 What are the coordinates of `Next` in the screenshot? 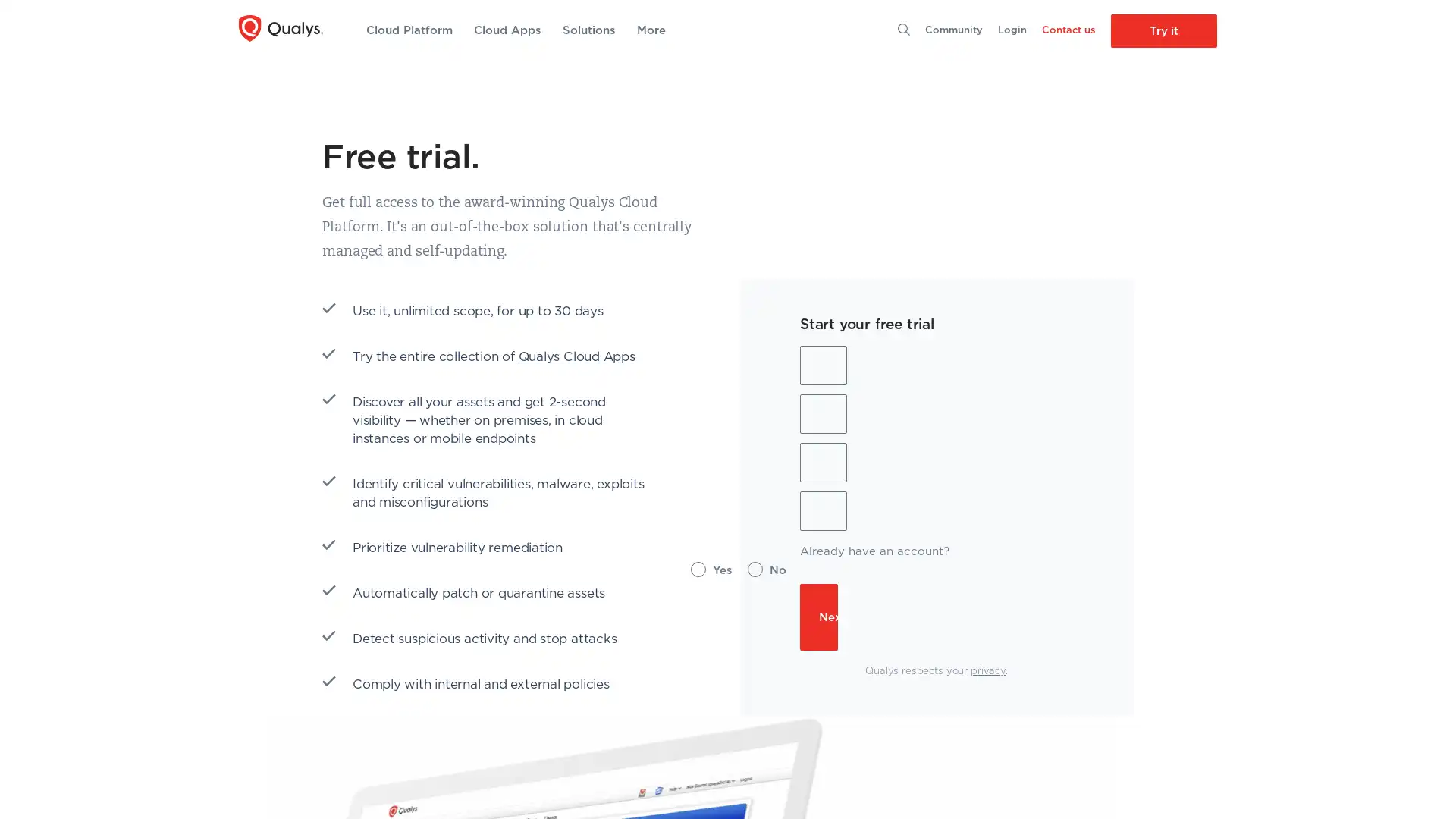 It's located at (818, 617).